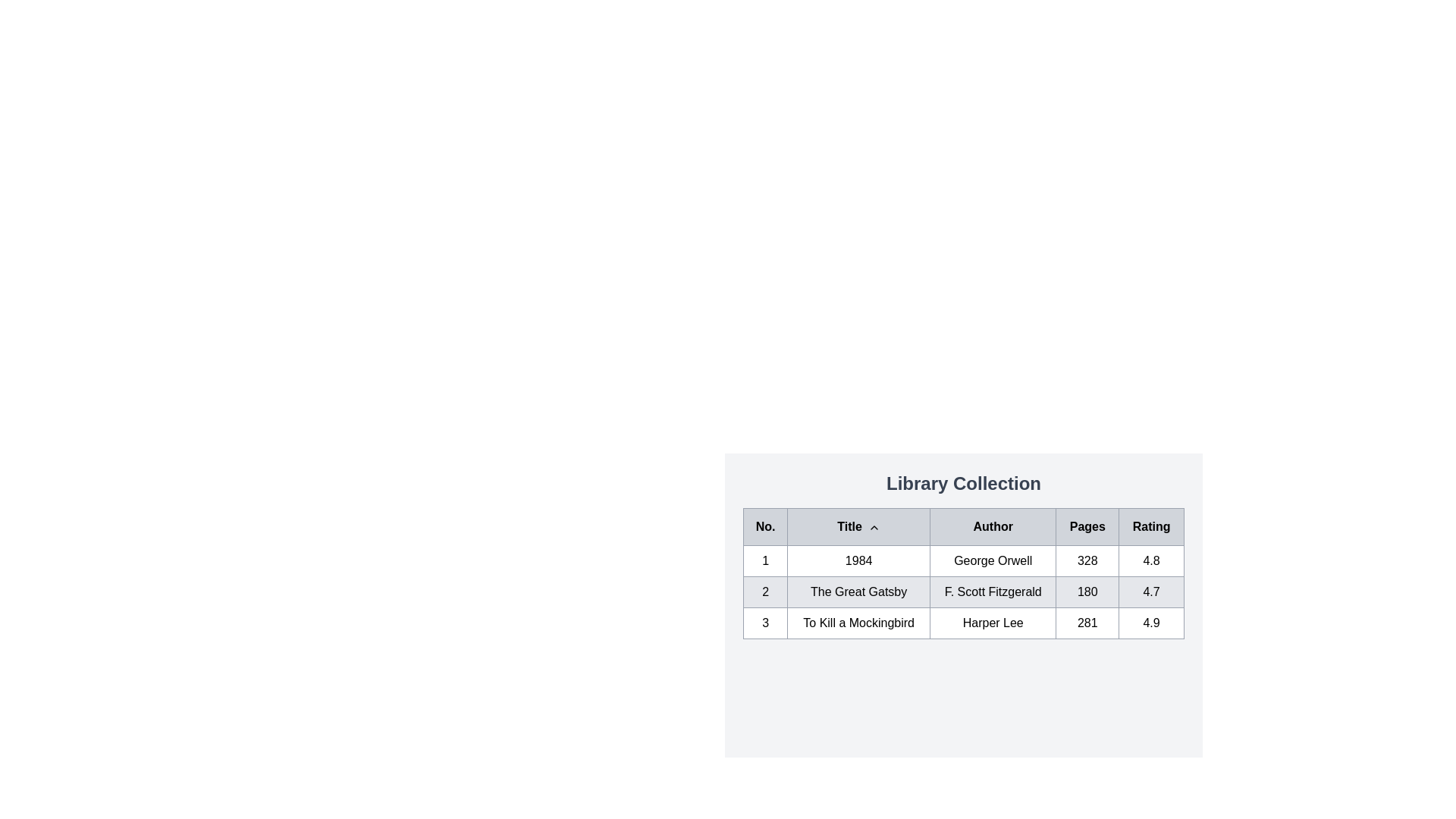 This screenshot has width=1456, height=819. Describe the element at coordinates (858, 561) in the screenshot. I see `the static text cell displaying '1984', located in the second cell of the first row under the 'Title' column of the table` at that location.